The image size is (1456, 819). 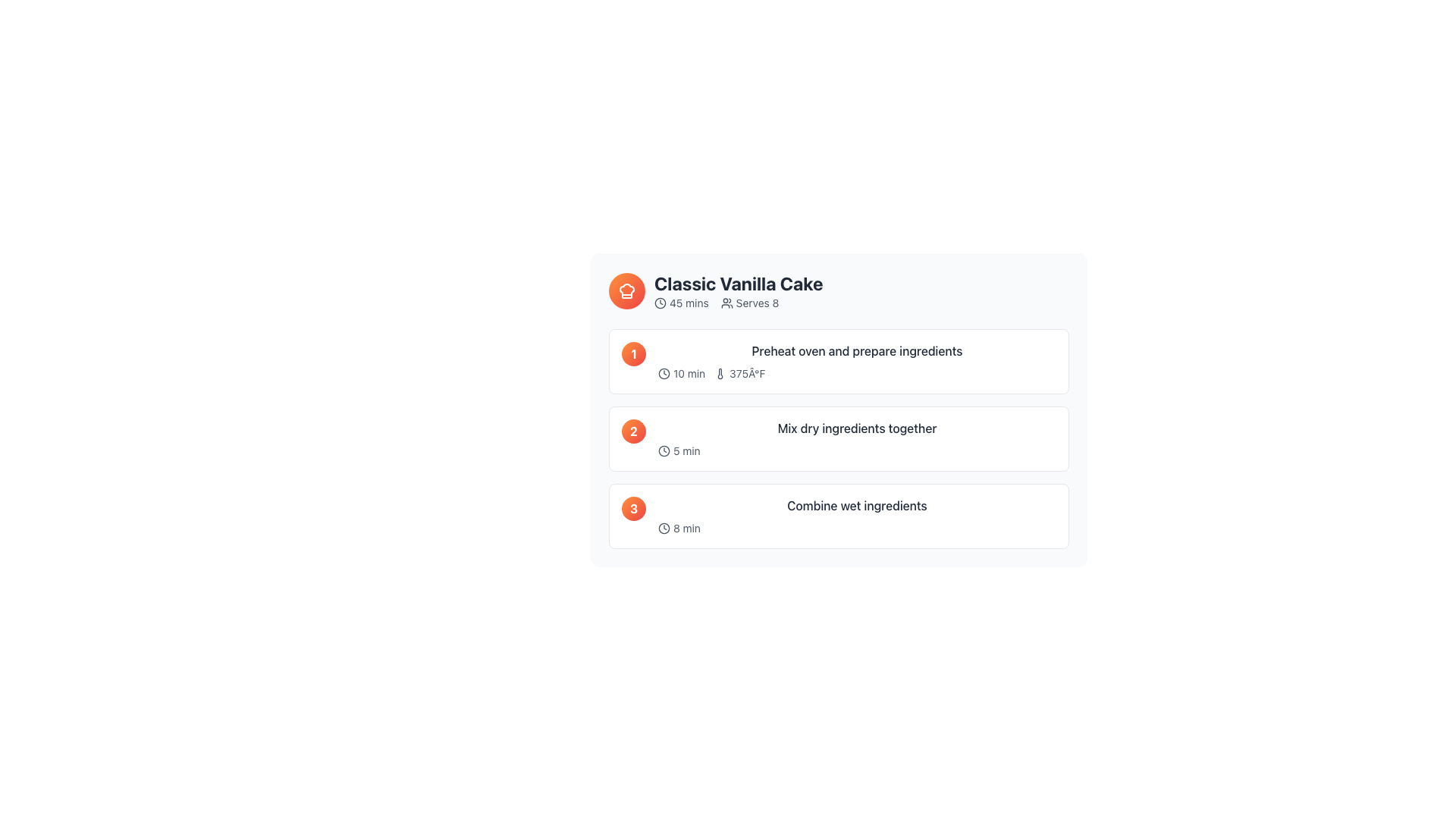 What do you see at coordinates (739, 374) in the screenshot?
I see `the temperature display '375°F' next to the thermometer icon to associate it with the relevant recipe step` at bounding box center [739, 374].